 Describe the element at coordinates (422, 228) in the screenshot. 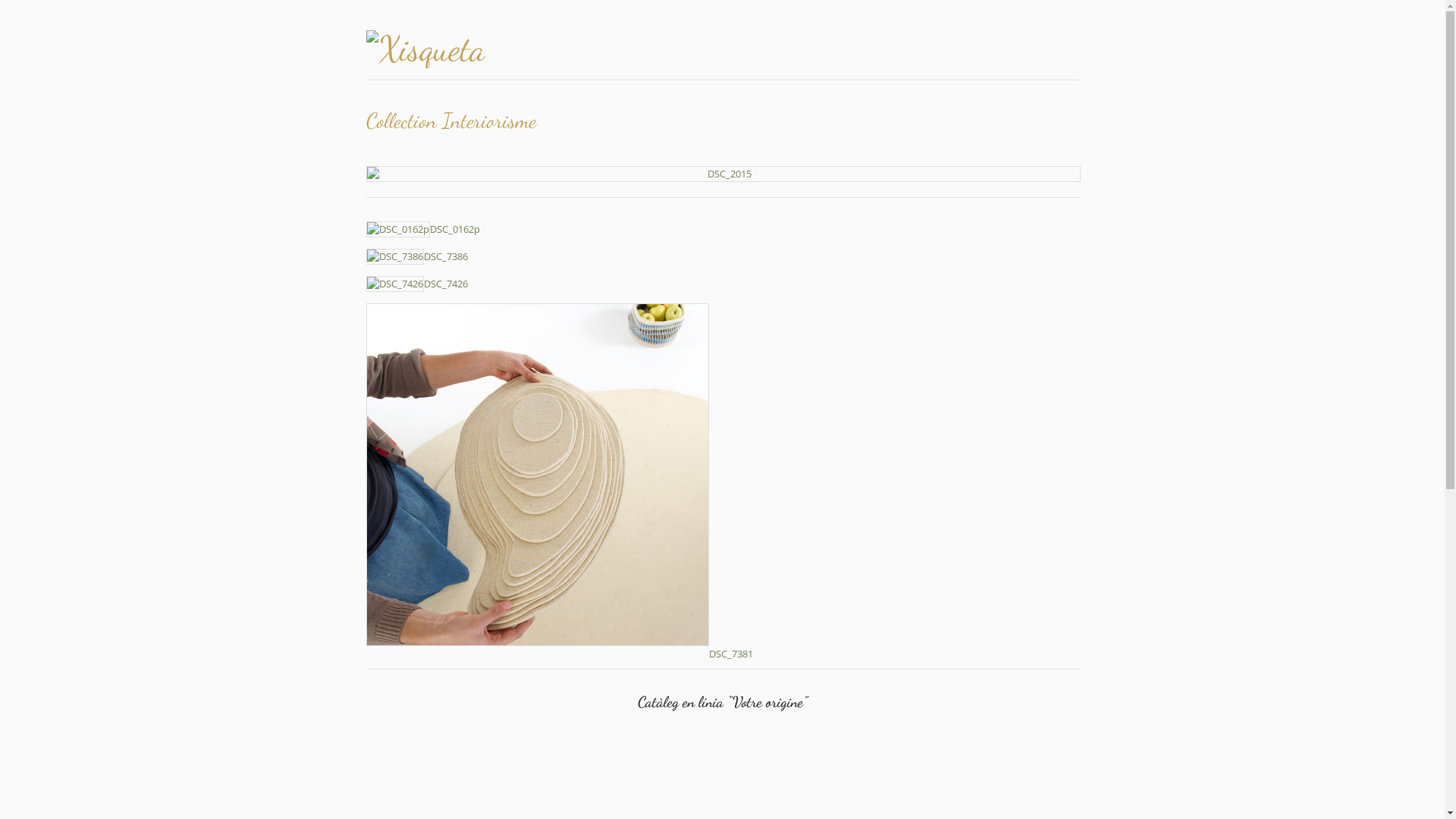

I see `'DSC_0162p'` at that location.